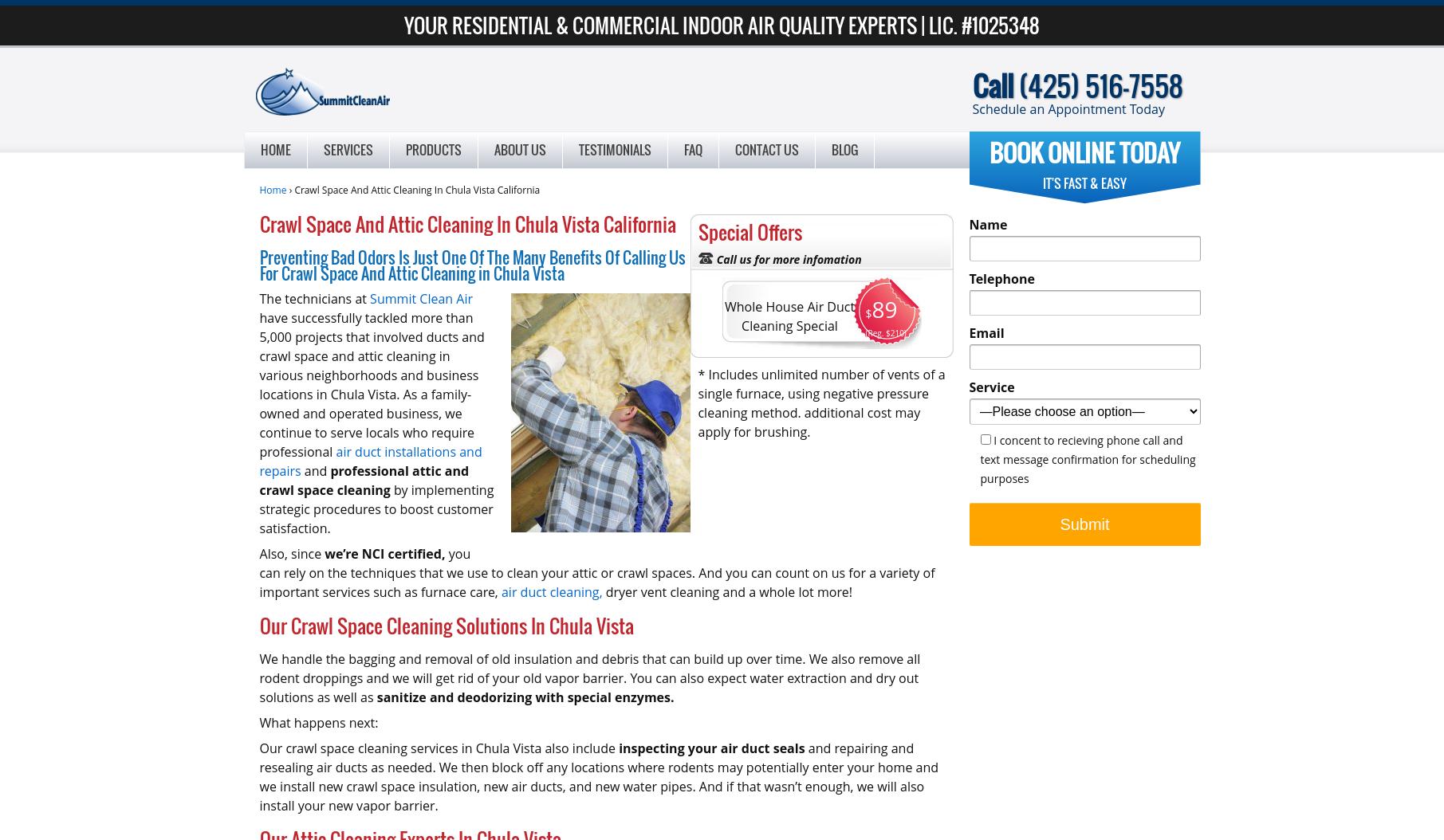 The image size is (1444, 840). Describe the element at coordinates (556, 278) in the screenshot. I see `'Federal Way Air Duct Cleaning'` at that location.